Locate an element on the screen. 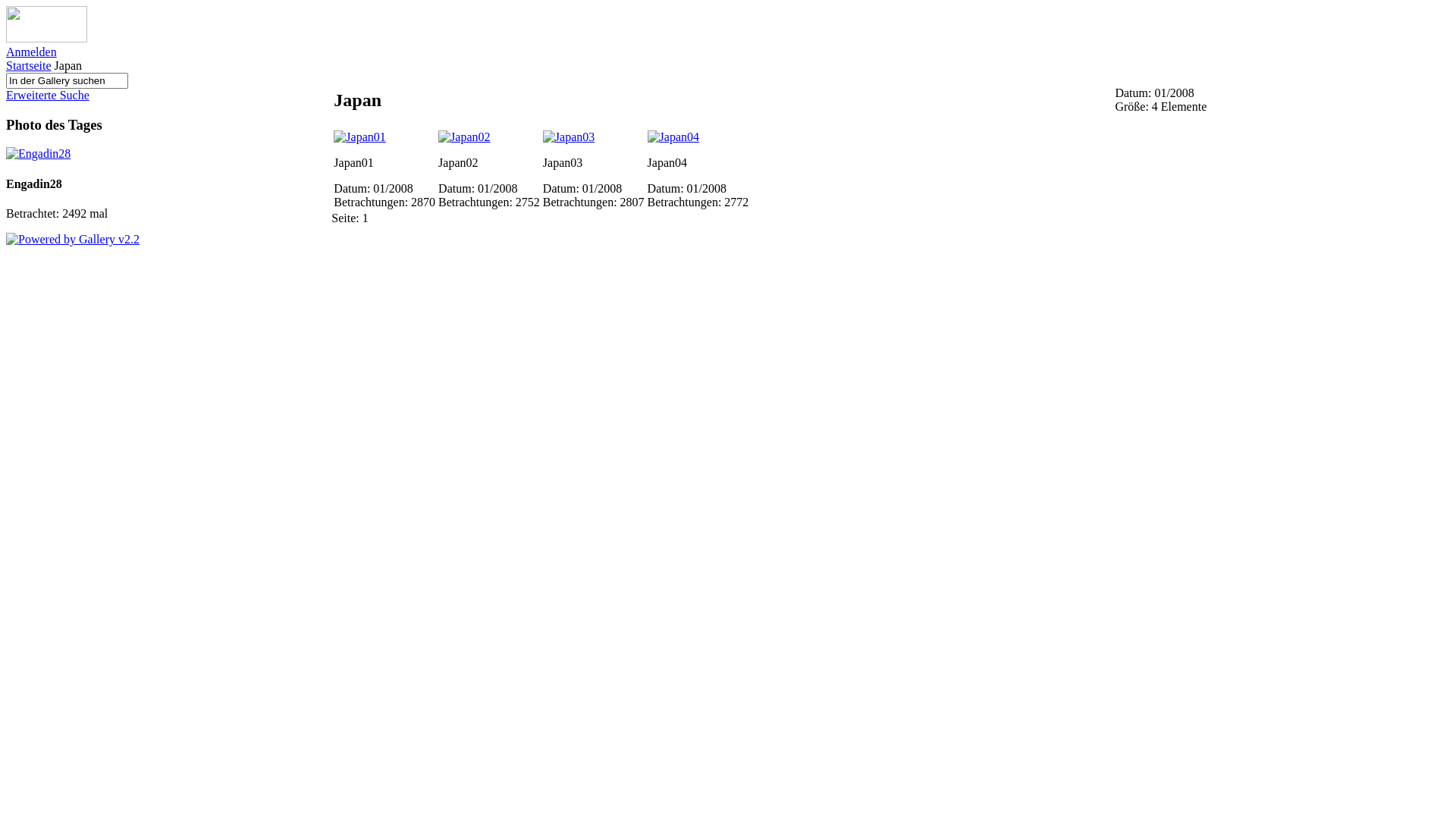 The width and height of the screenshot is (1456, 819). 'Startseite' is located at coordinates (29, 64).